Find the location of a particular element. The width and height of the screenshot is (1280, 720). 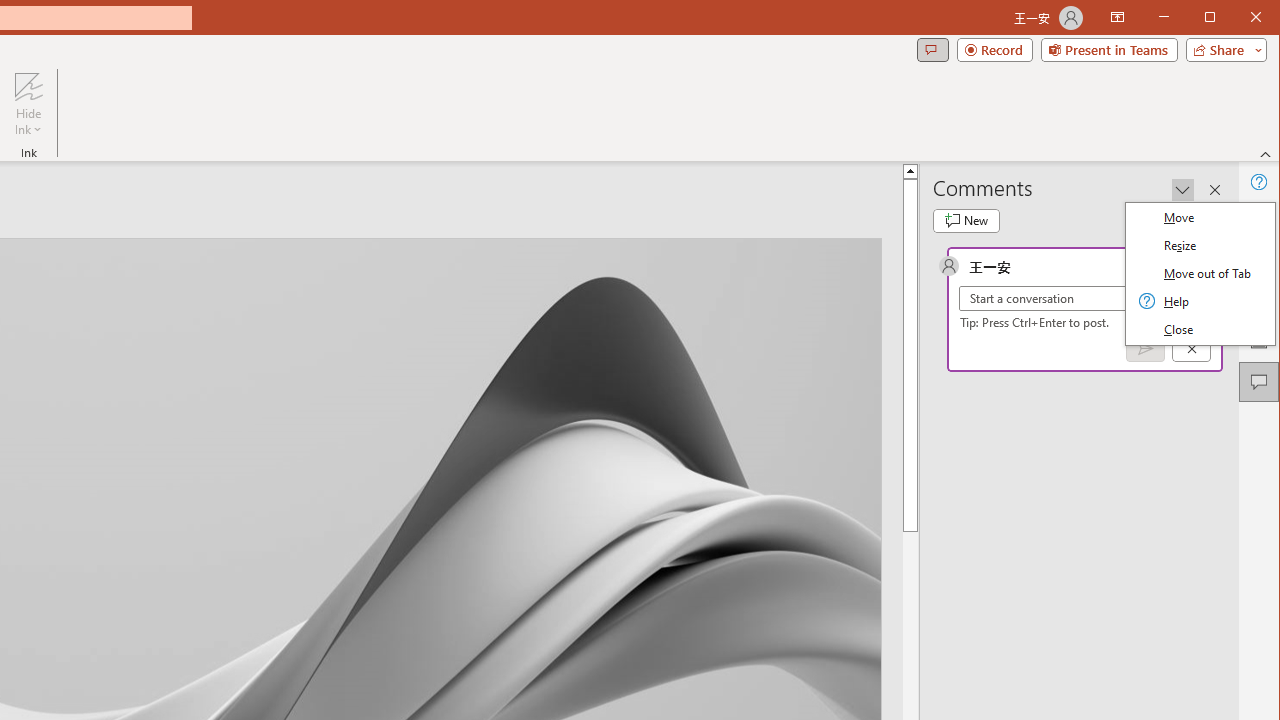

'Present in Teams' is located at coordinates (1108, 49).